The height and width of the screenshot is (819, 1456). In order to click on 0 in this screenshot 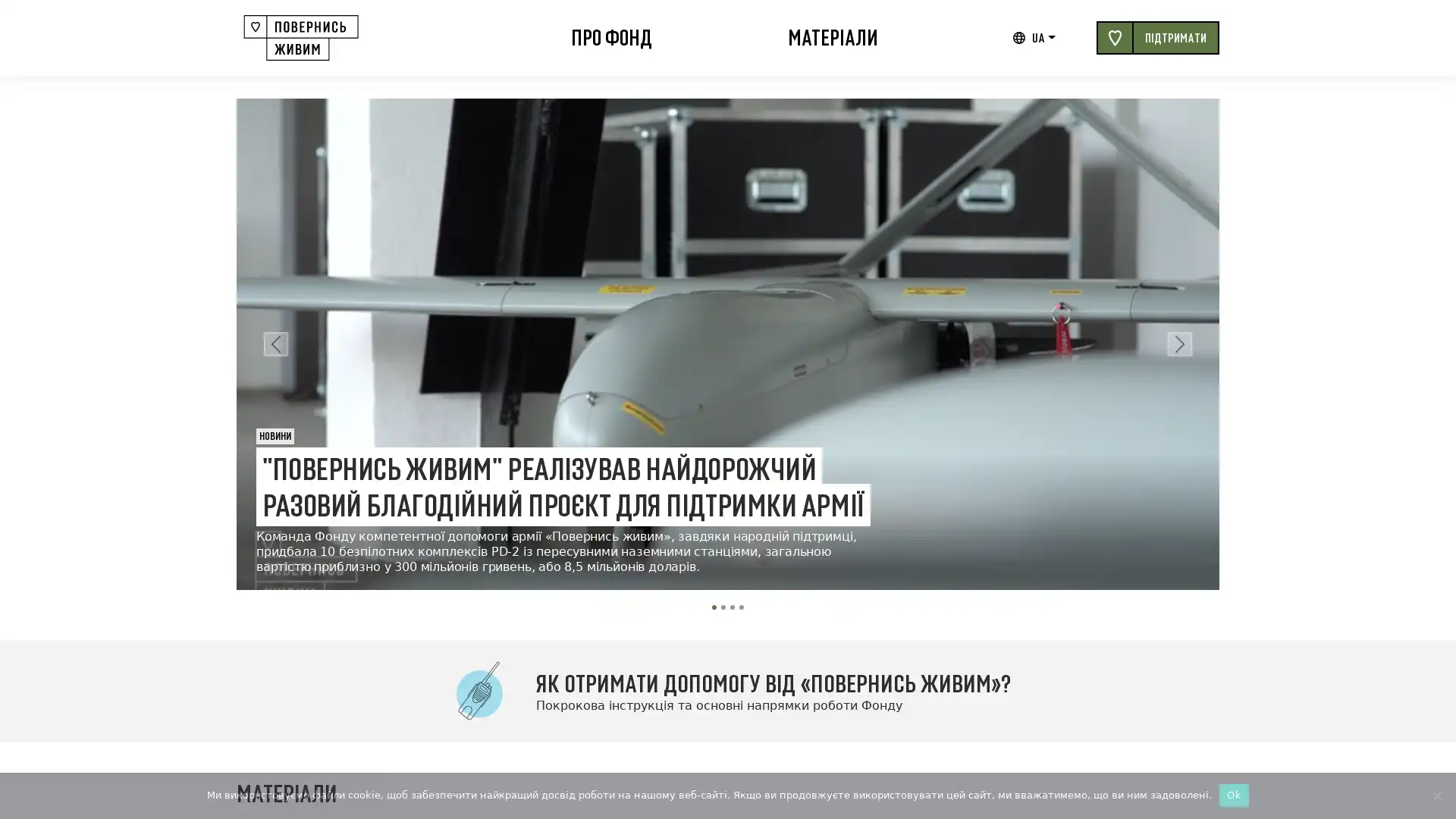, I will do `click(713, 607)`.